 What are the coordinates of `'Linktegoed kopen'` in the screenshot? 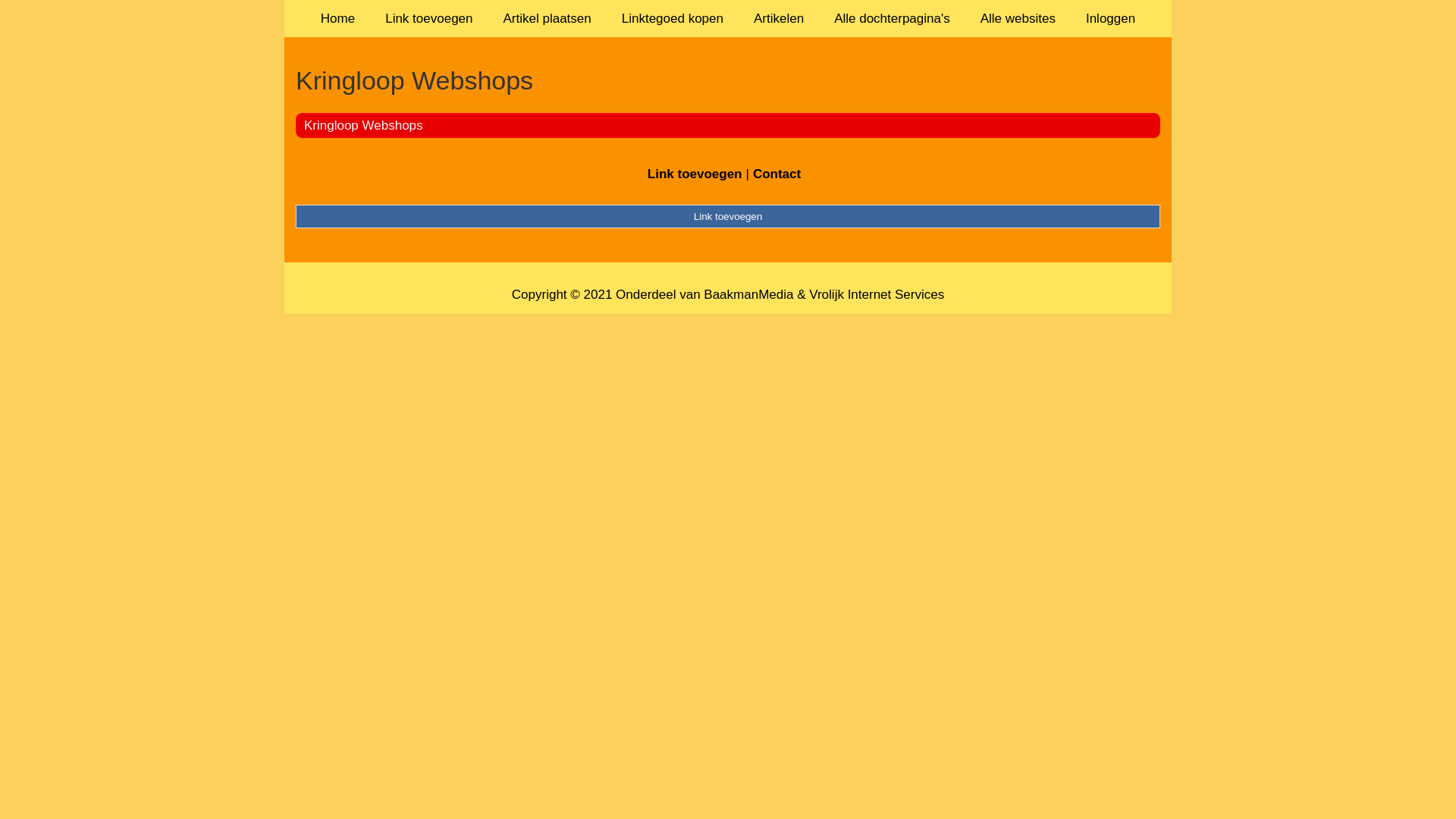 It's located at (672, 18).